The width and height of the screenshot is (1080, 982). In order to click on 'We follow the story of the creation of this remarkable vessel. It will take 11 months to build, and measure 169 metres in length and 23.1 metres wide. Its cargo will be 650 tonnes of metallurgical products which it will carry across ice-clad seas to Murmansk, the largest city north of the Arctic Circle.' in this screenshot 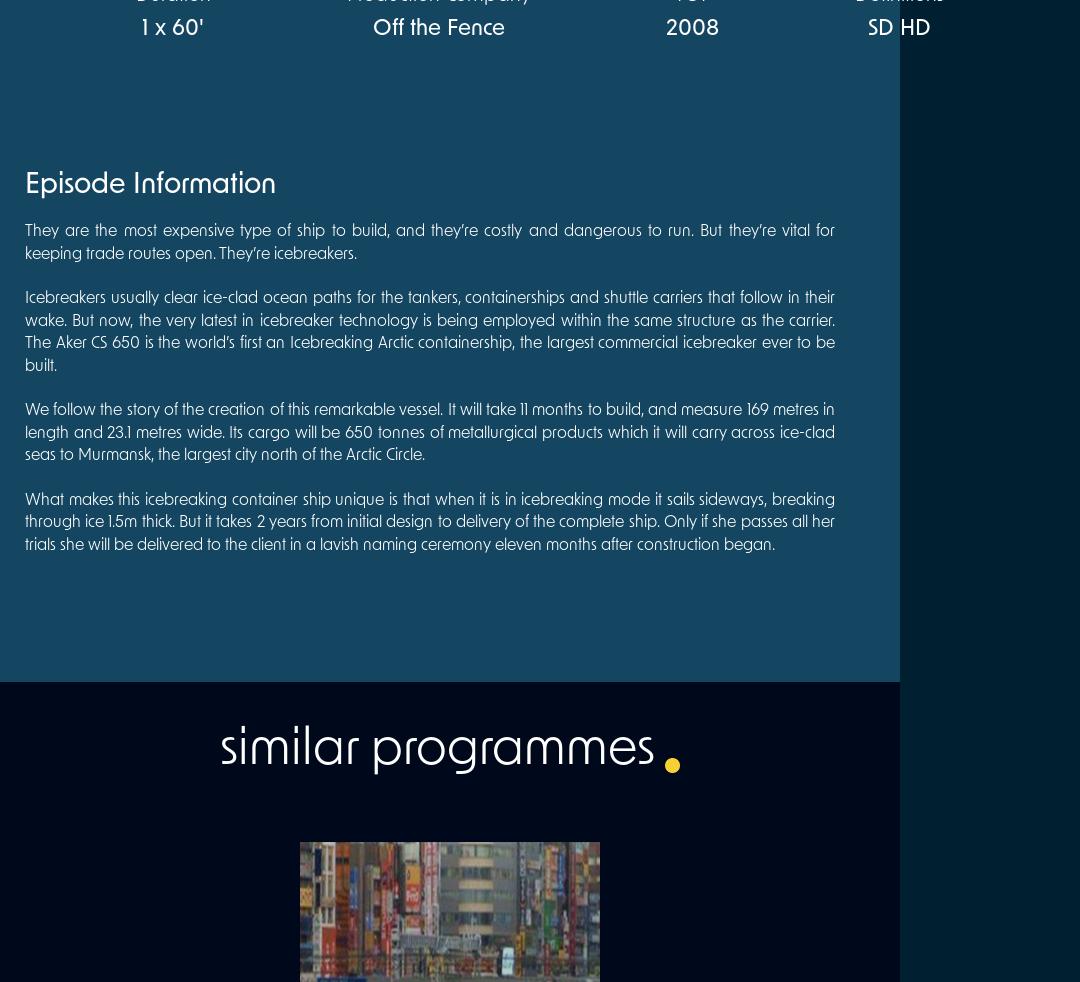, I will do `click(428, 433)`.